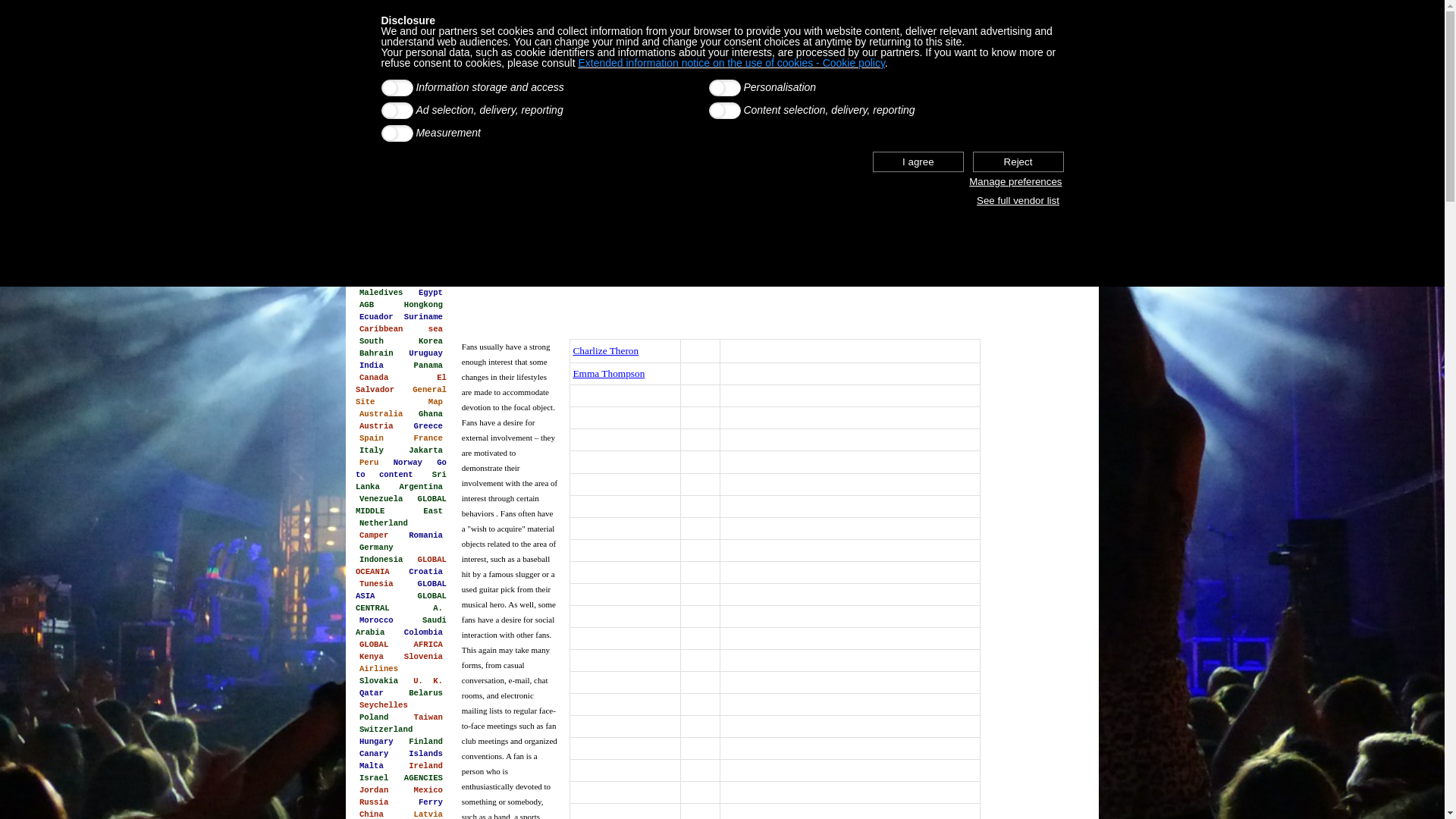  What do you see at coordinates (604, 350) in the screenshot?
I see `'Charlize Theron'` at bounding box center [604, 350].